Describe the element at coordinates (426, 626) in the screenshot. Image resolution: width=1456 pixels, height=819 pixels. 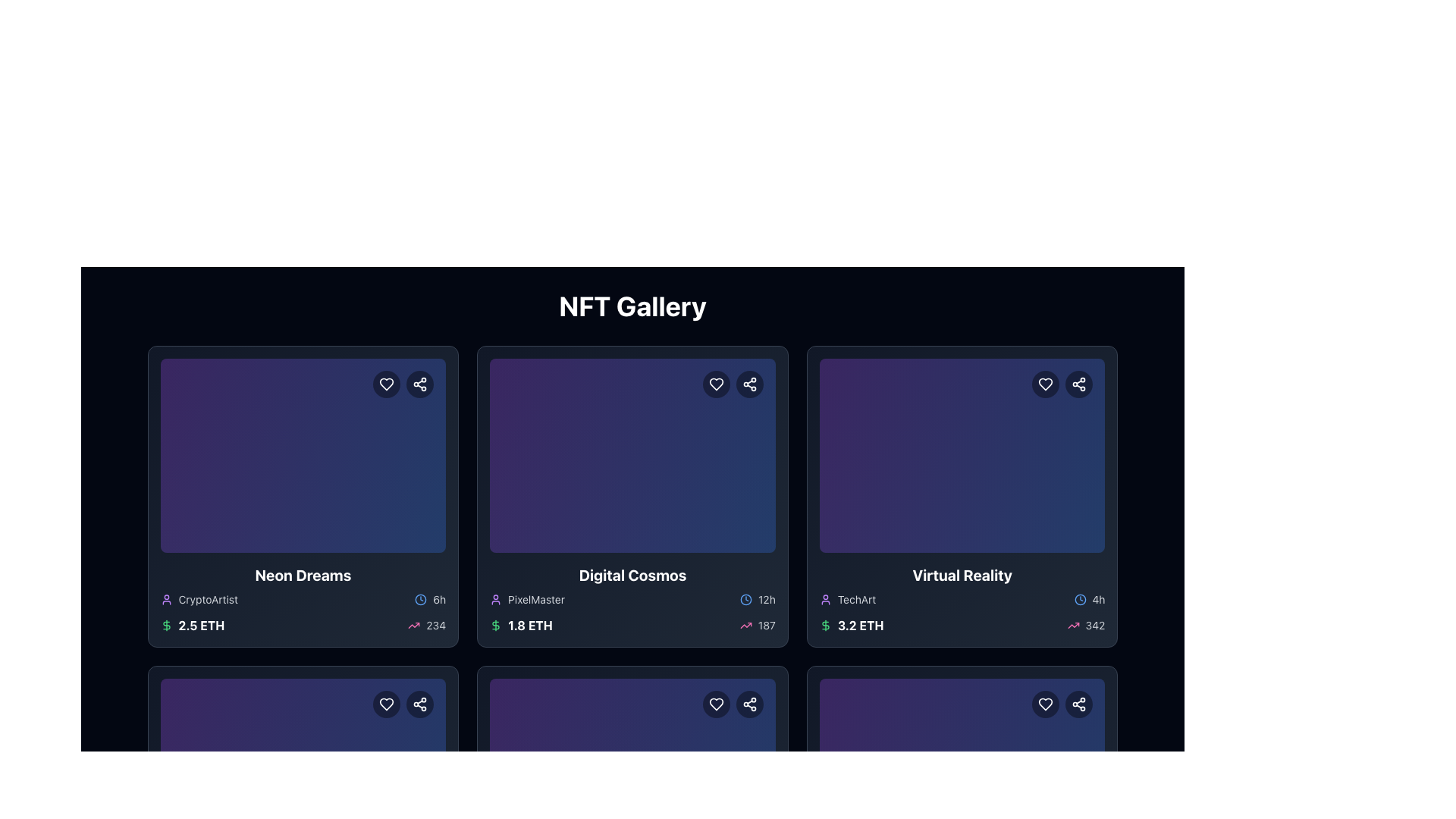
I see `the text element '234' with the pink upward trending arrow icon, located at the bottom-right corner of the card interface` at that location.